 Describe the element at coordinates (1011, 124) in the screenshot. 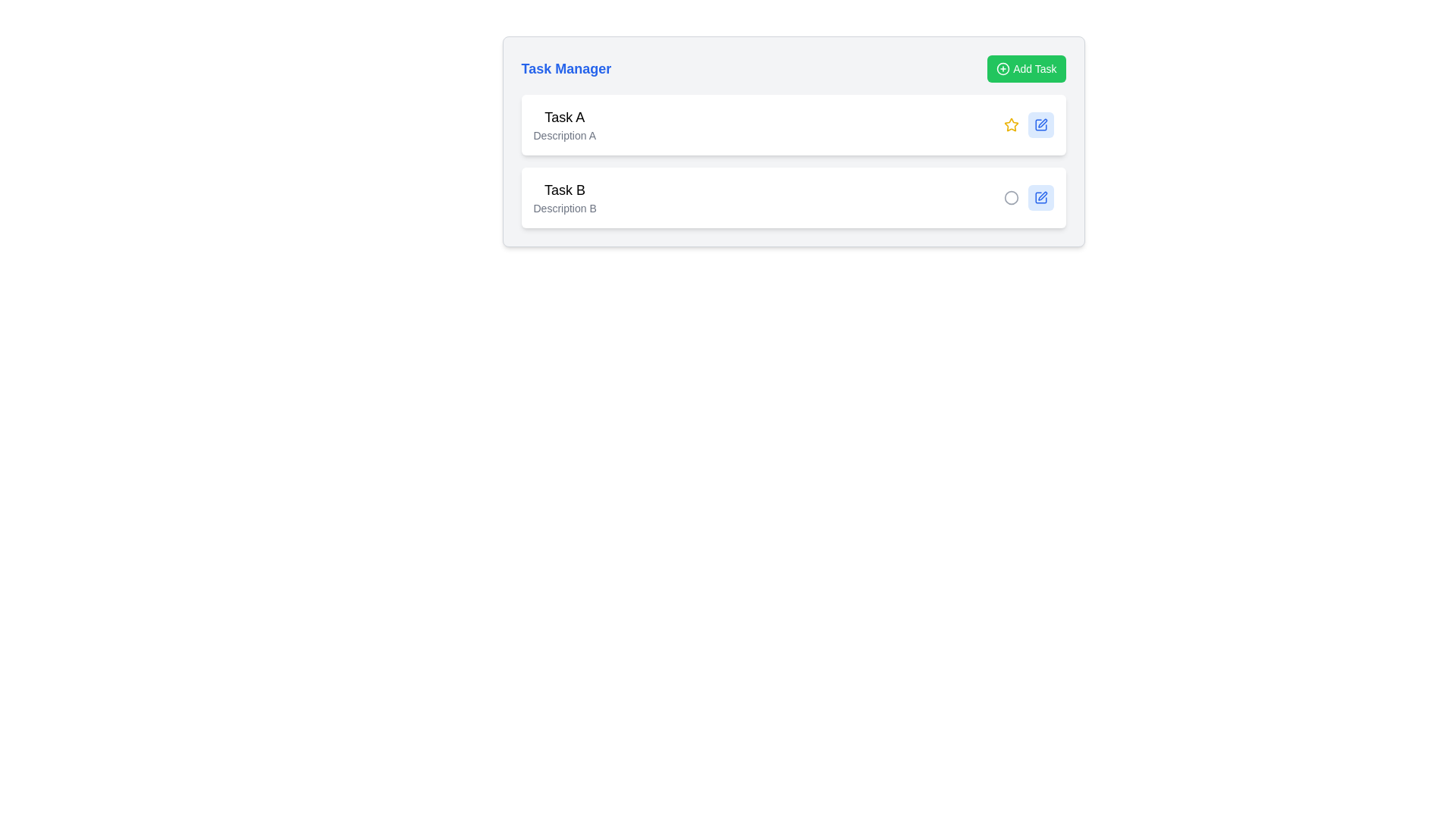

I see `the star icon located in the right section of the task list interface, adjacent to the edit button of the 'Task A' item to indicate its importance or priority` at that location.